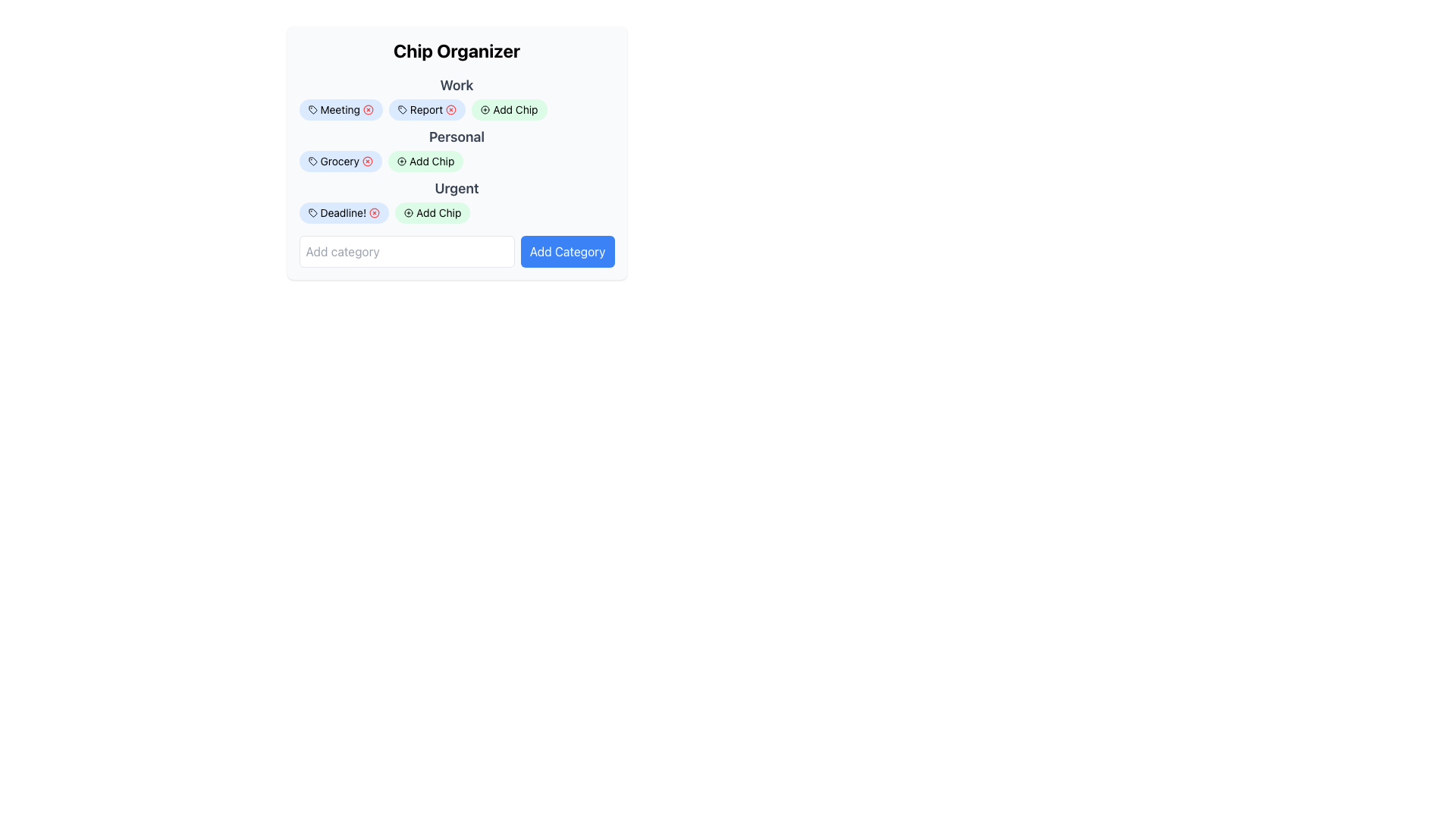  I want to click on the icon indicating the 'Report' chip function, which is the leftmost component of the blue chip labeled 'Report' under the 'Work' section, so click(402, 109).